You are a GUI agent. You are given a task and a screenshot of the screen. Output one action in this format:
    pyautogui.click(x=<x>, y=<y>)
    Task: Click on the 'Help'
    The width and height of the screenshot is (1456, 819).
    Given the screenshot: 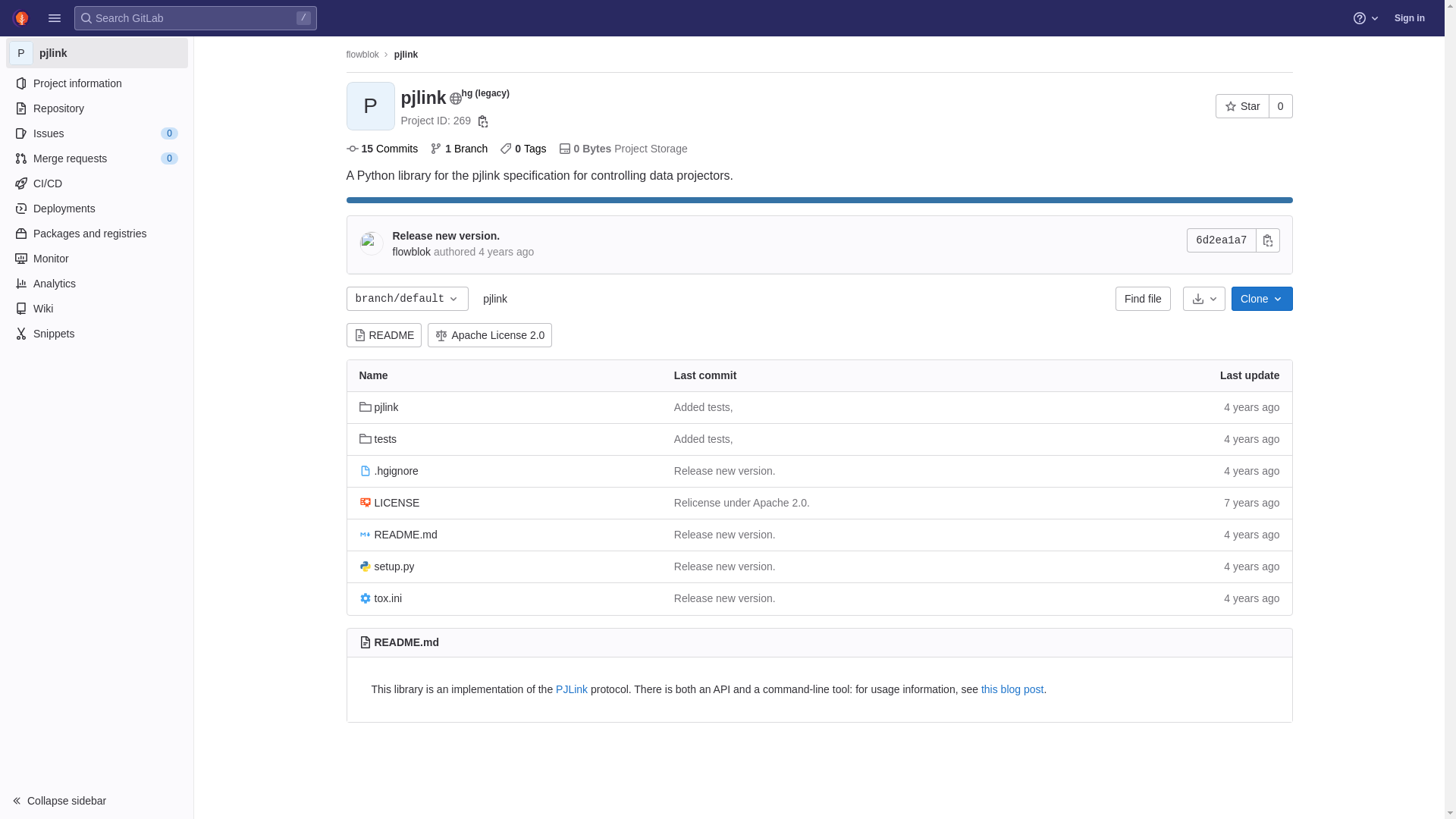 What is the action you would take?
    pyautogui.click(x=1367, y=17)
    